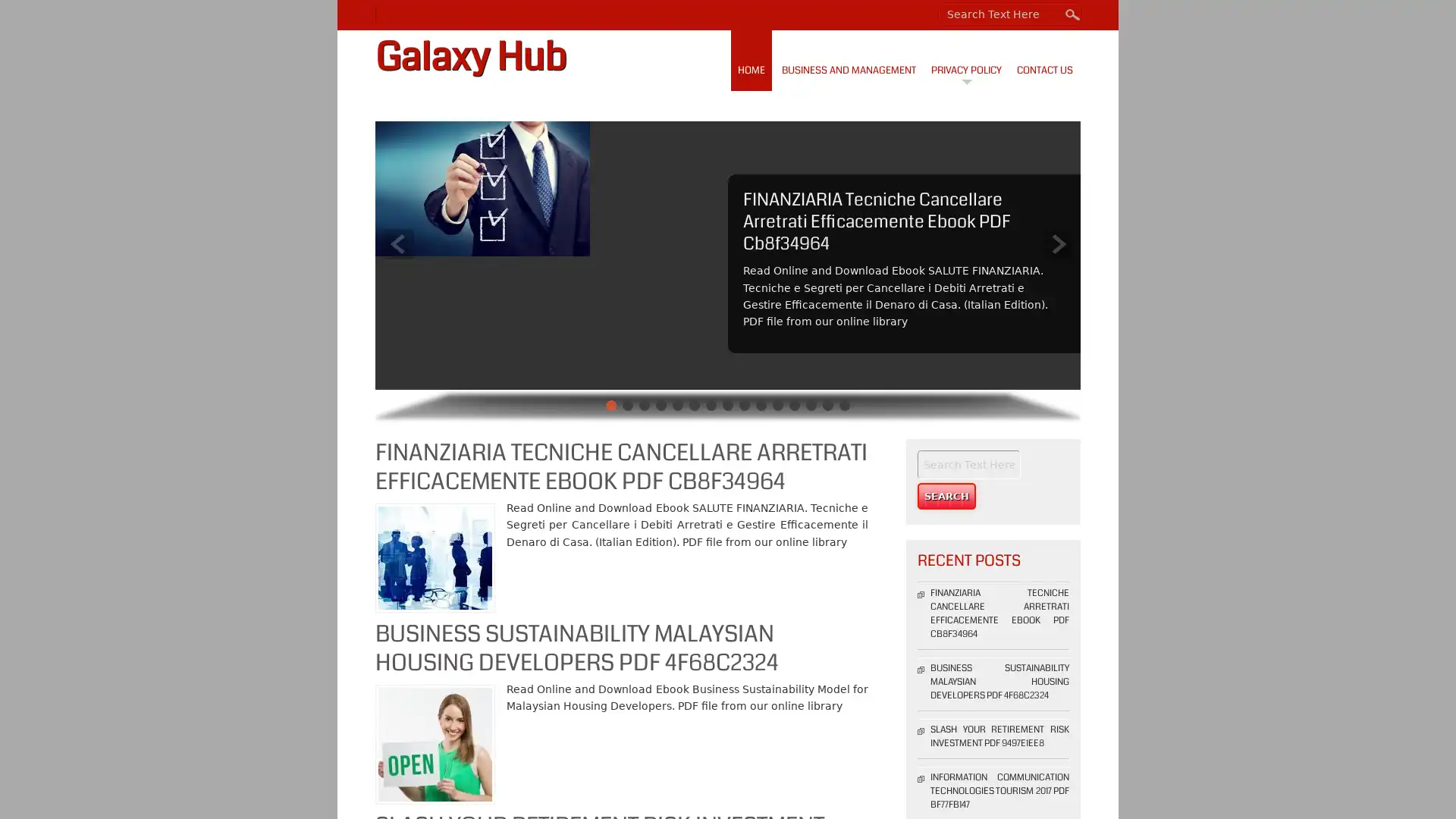  What do you see at coordinates (946, 496) in the screenshot?
I see `Search` at bounding box center [946, 496].